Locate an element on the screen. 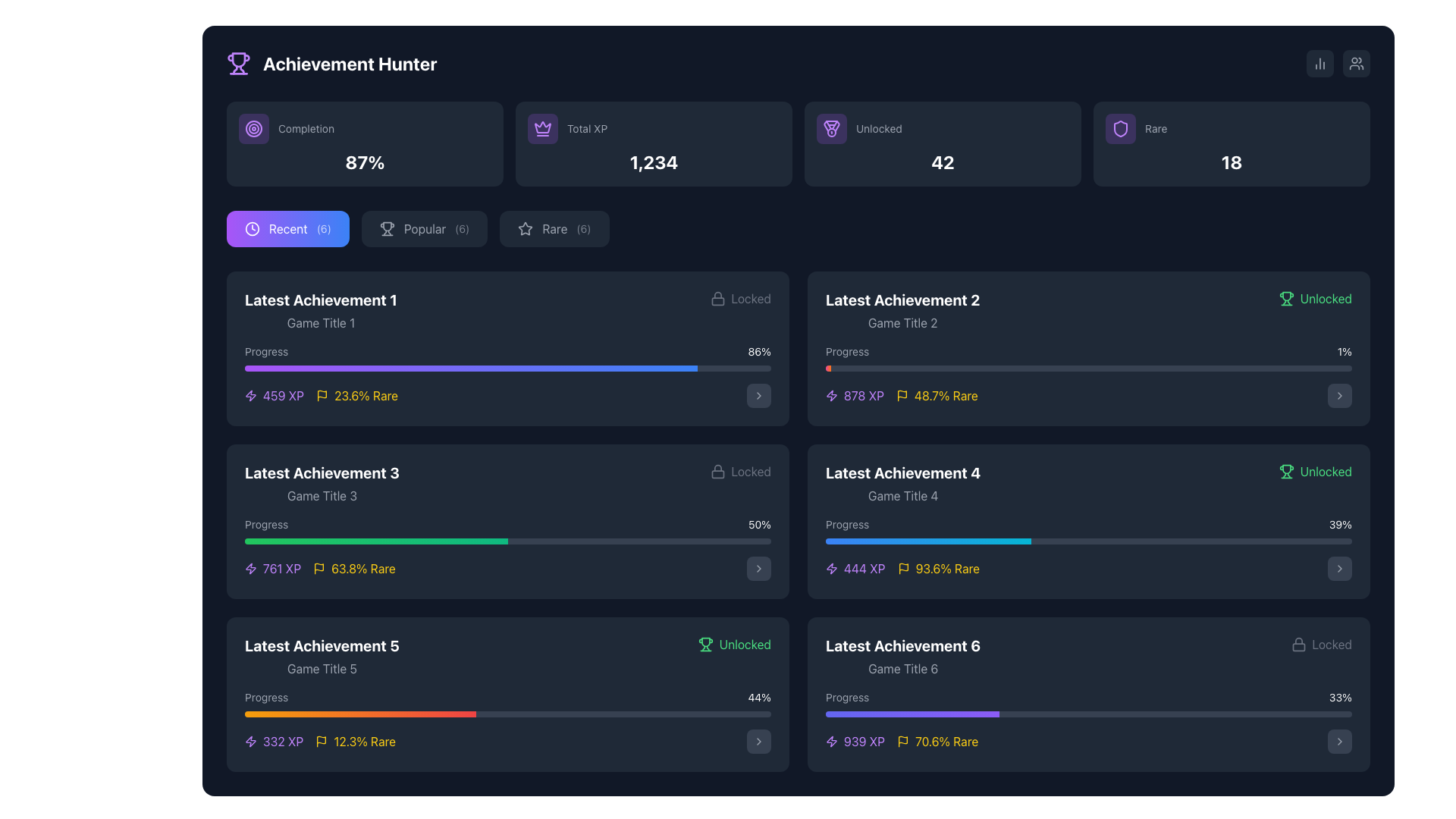  the activity or energy-related icon in the 'Latest Achievement 3' section, located at the bottom-right adjacent to XP and rarity information is located at coordinates (251, 394).